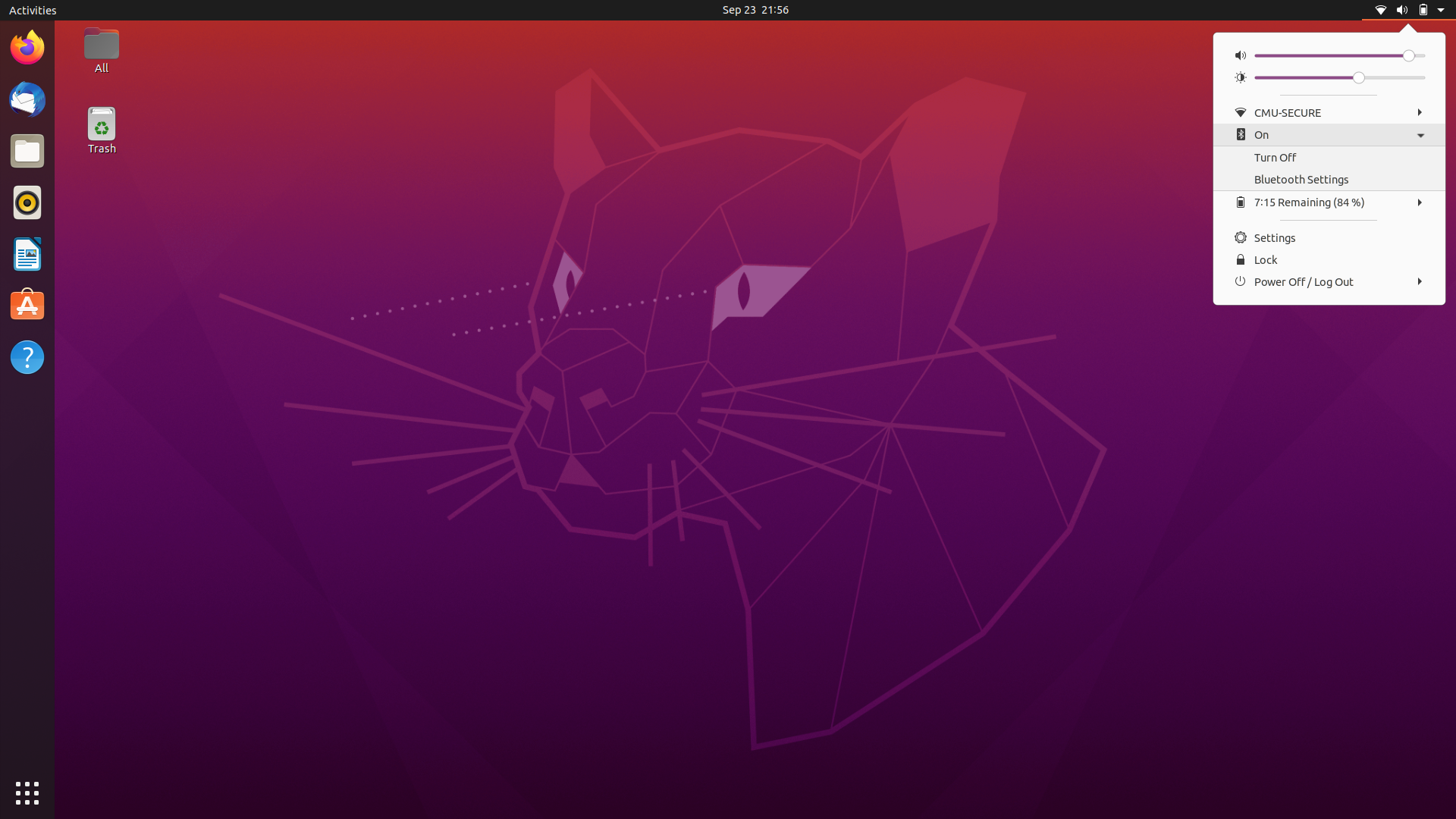 The image size is (1456, 819). What do you see at coordinates (1260, 77) in the screenshot?
I see `Lower Screen Brightness Level` at bounding box center [1260, 77].